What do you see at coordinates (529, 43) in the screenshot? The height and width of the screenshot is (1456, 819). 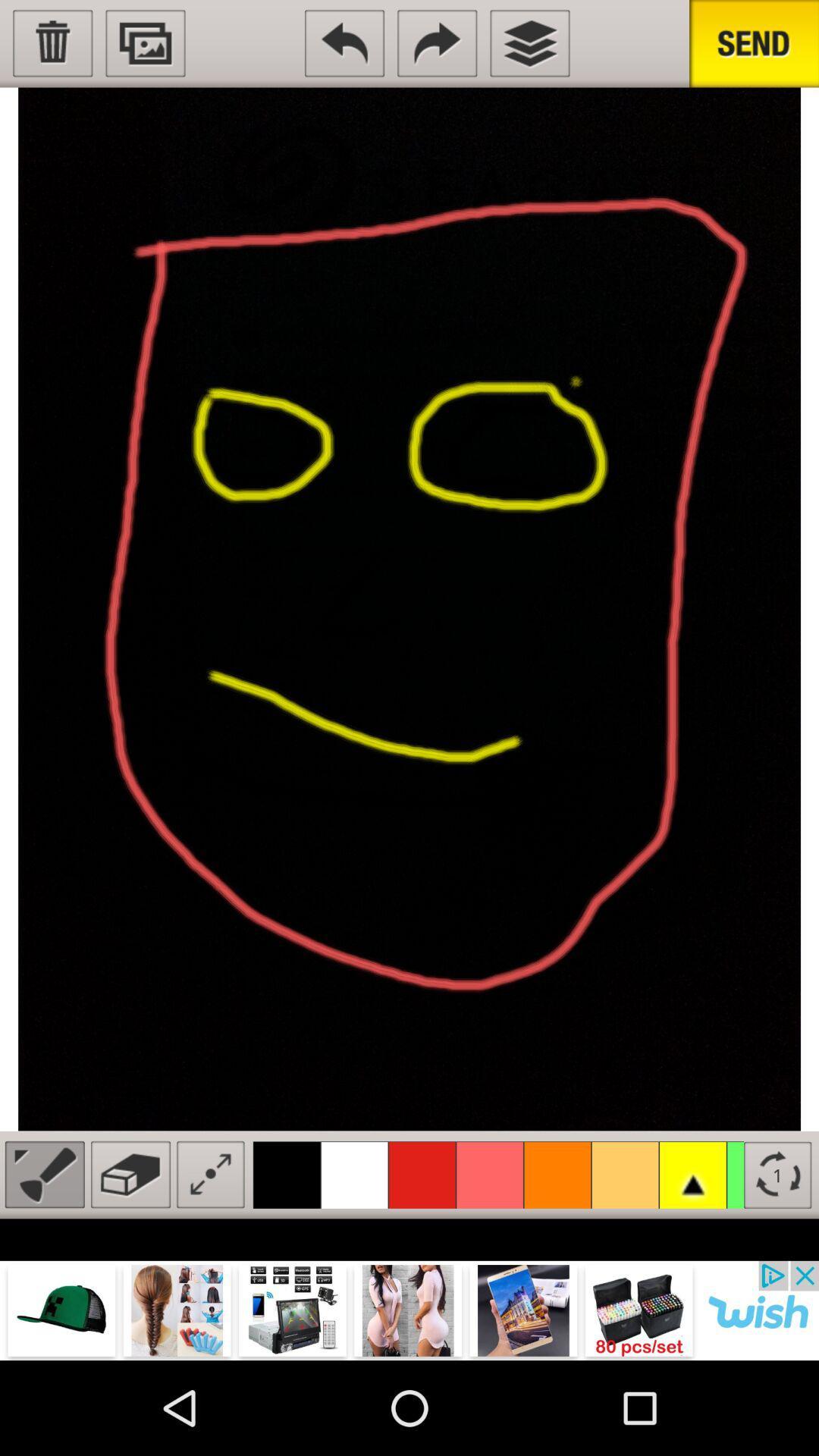 I see `open layers panel` at bounding box center [529, 43].